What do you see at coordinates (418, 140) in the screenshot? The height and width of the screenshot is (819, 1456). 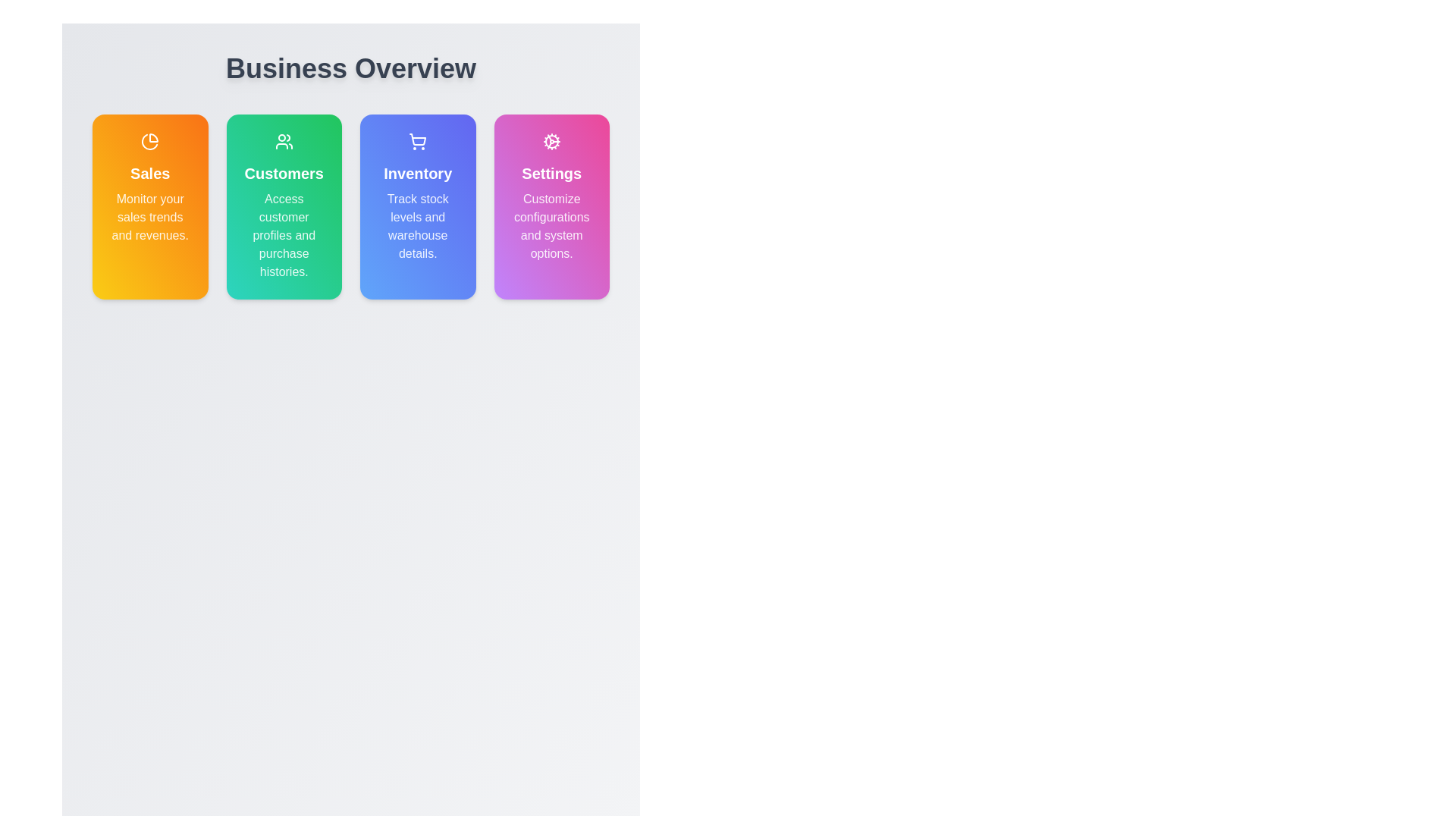 I see `the main body of the shopping cart icon located within the blue 'Inventory' card` at bounding box center [418, 140].